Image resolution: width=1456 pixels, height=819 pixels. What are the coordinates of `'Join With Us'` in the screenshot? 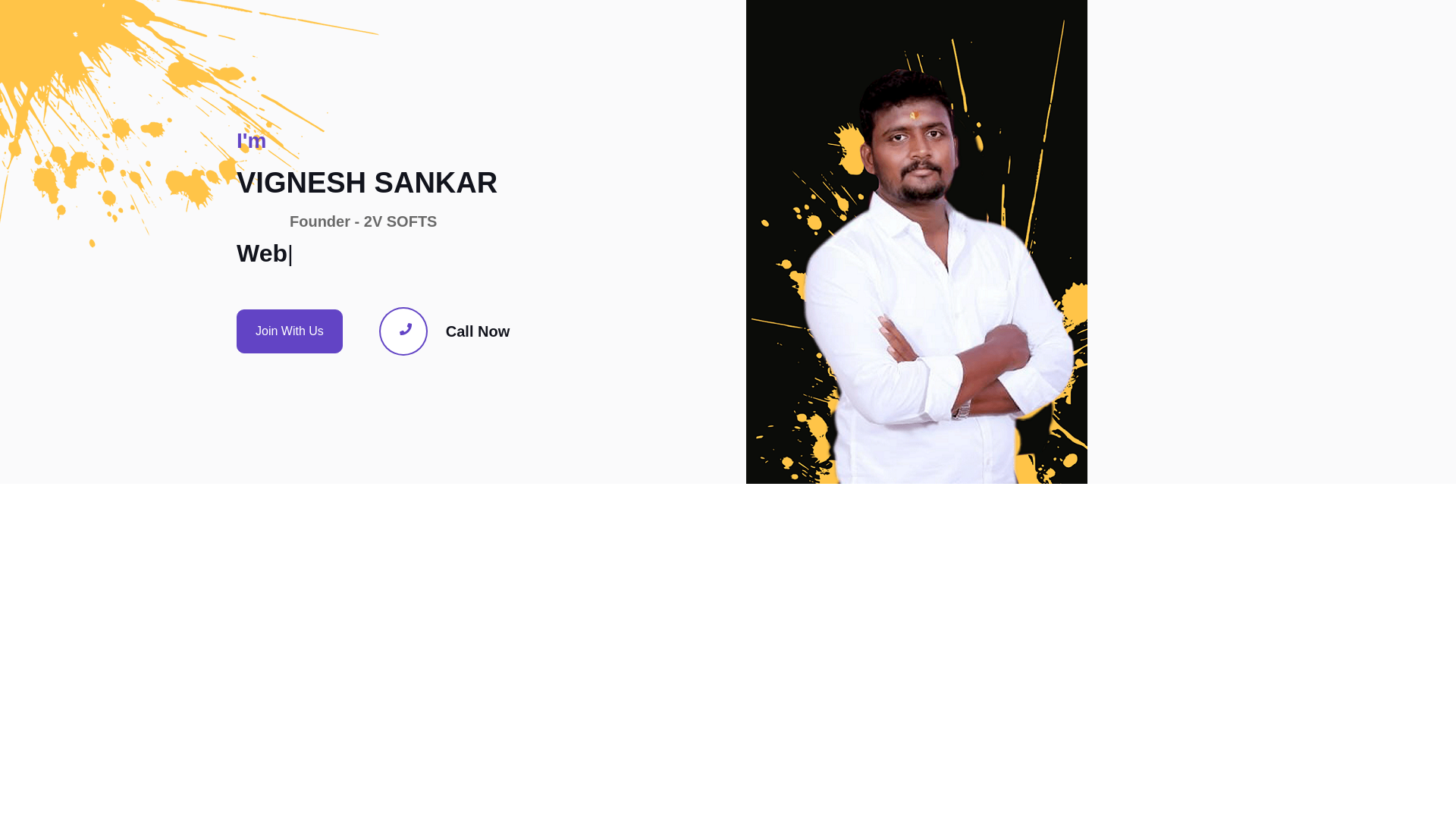 It's located at (236, 330).